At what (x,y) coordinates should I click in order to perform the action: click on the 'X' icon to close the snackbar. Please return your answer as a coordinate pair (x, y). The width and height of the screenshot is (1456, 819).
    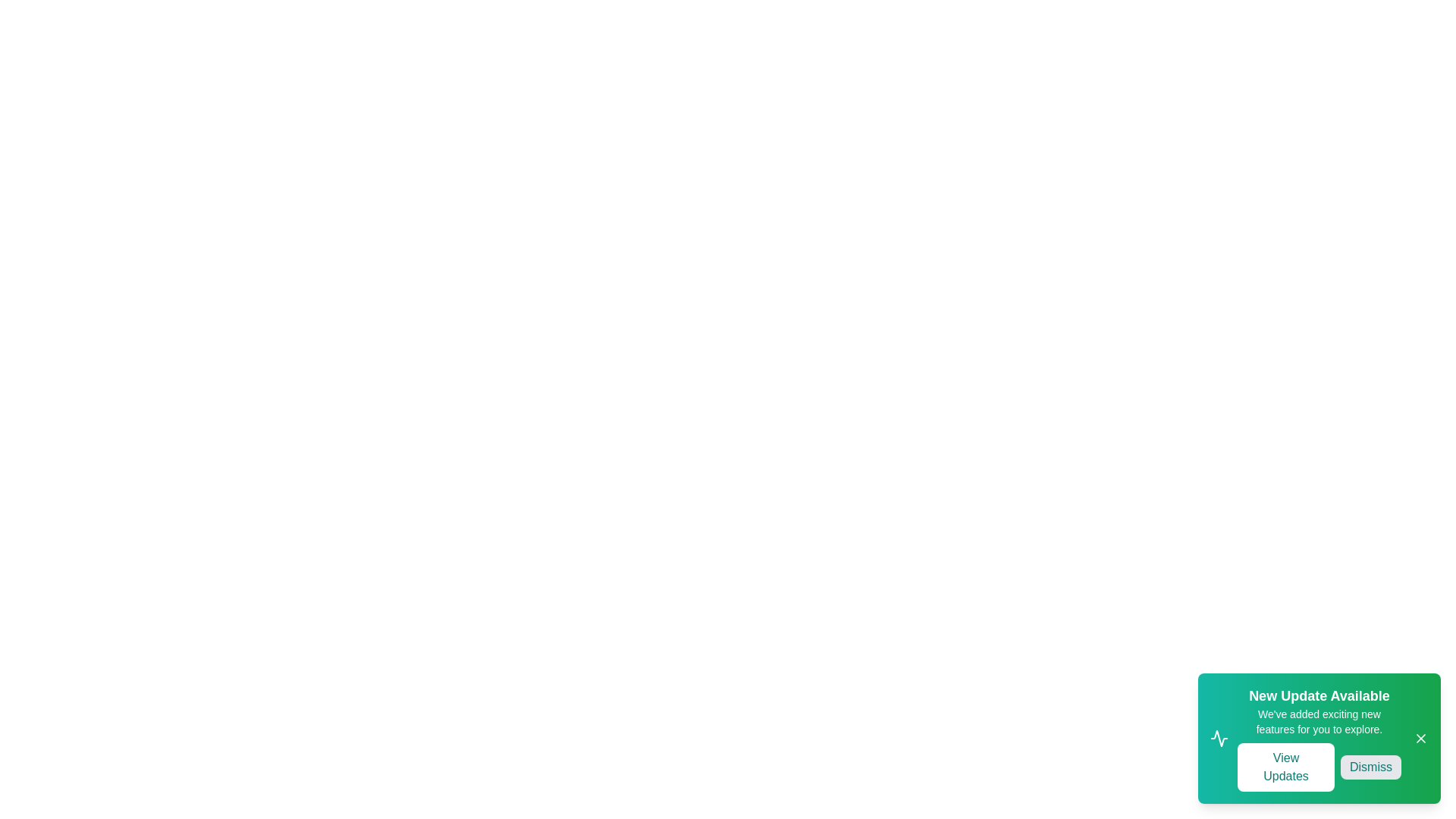
    Looking at the image, I should click on (1420, 738).